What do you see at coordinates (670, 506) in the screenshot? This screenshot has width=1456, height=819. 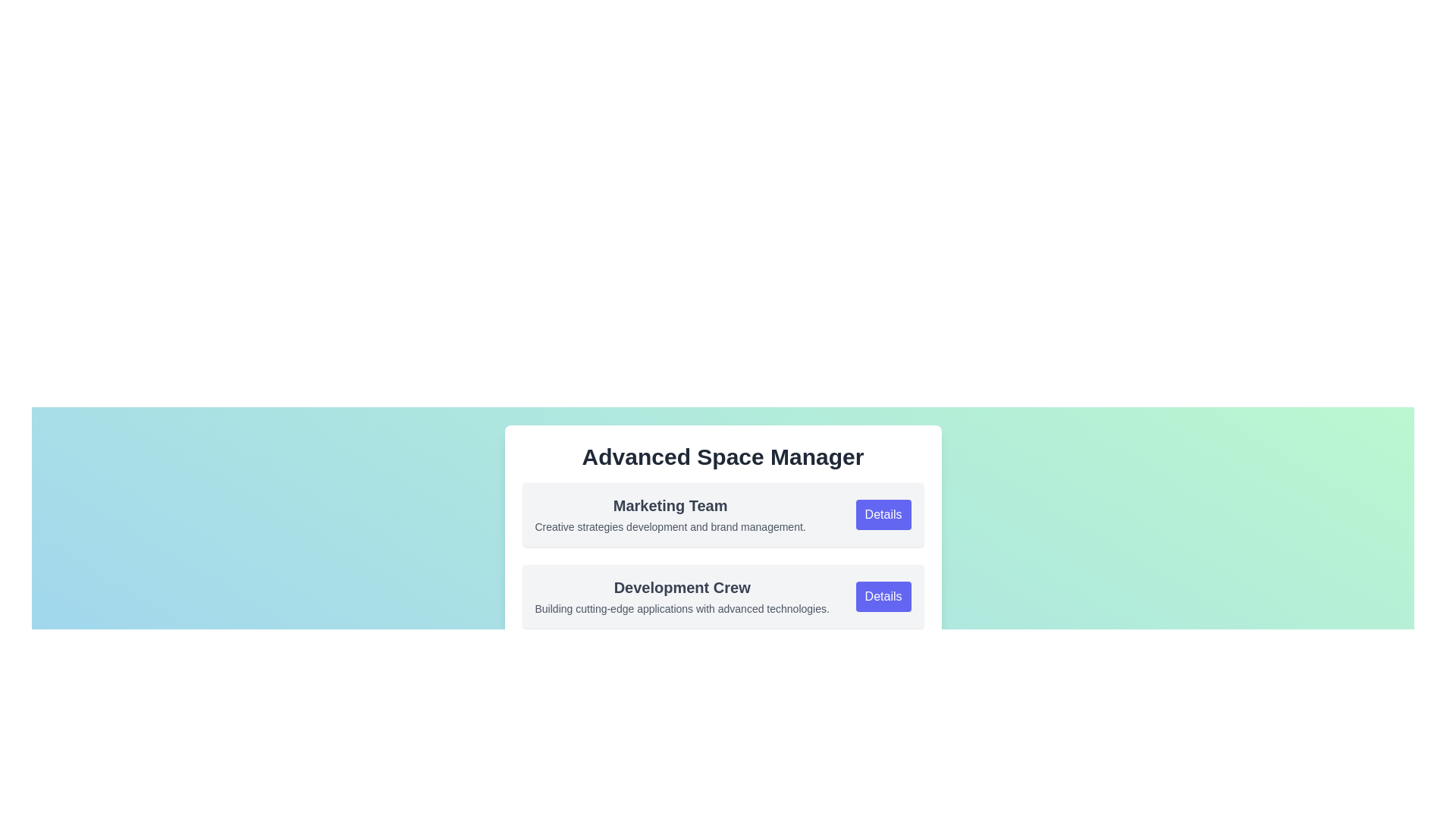 I see `the Text Label that denotes the name or title of the 'Marketing Team', which is centrally aligned within the 'Advanced Space Manager' card-like section` at bounding box center [670, 506].